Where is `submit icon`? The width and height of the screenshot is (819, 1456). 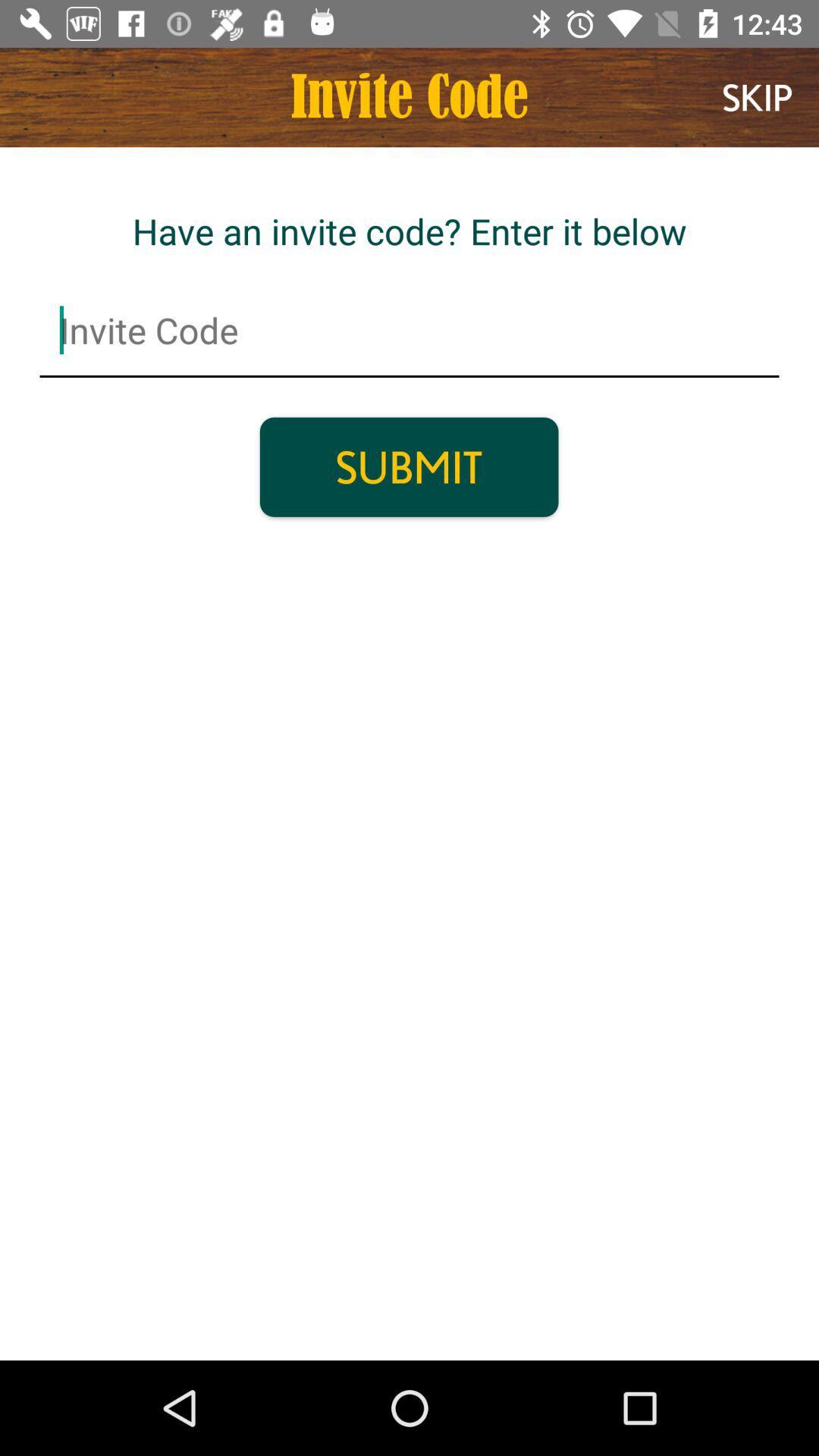
submit icon is located at coordinates (408, 466).